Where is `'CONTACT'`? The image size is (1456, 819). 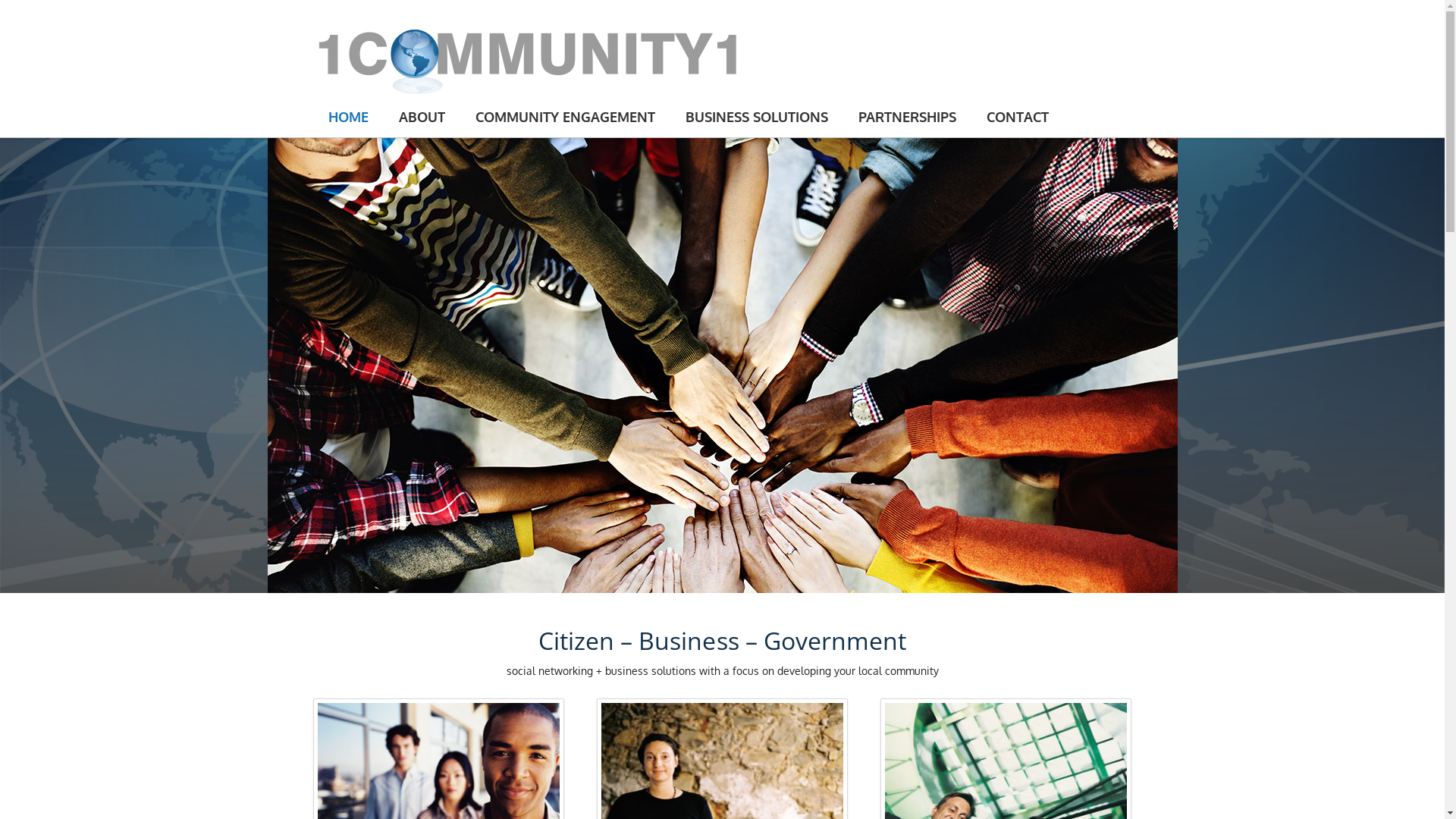
'CONTACT' is located at coordinates (1016, 116).